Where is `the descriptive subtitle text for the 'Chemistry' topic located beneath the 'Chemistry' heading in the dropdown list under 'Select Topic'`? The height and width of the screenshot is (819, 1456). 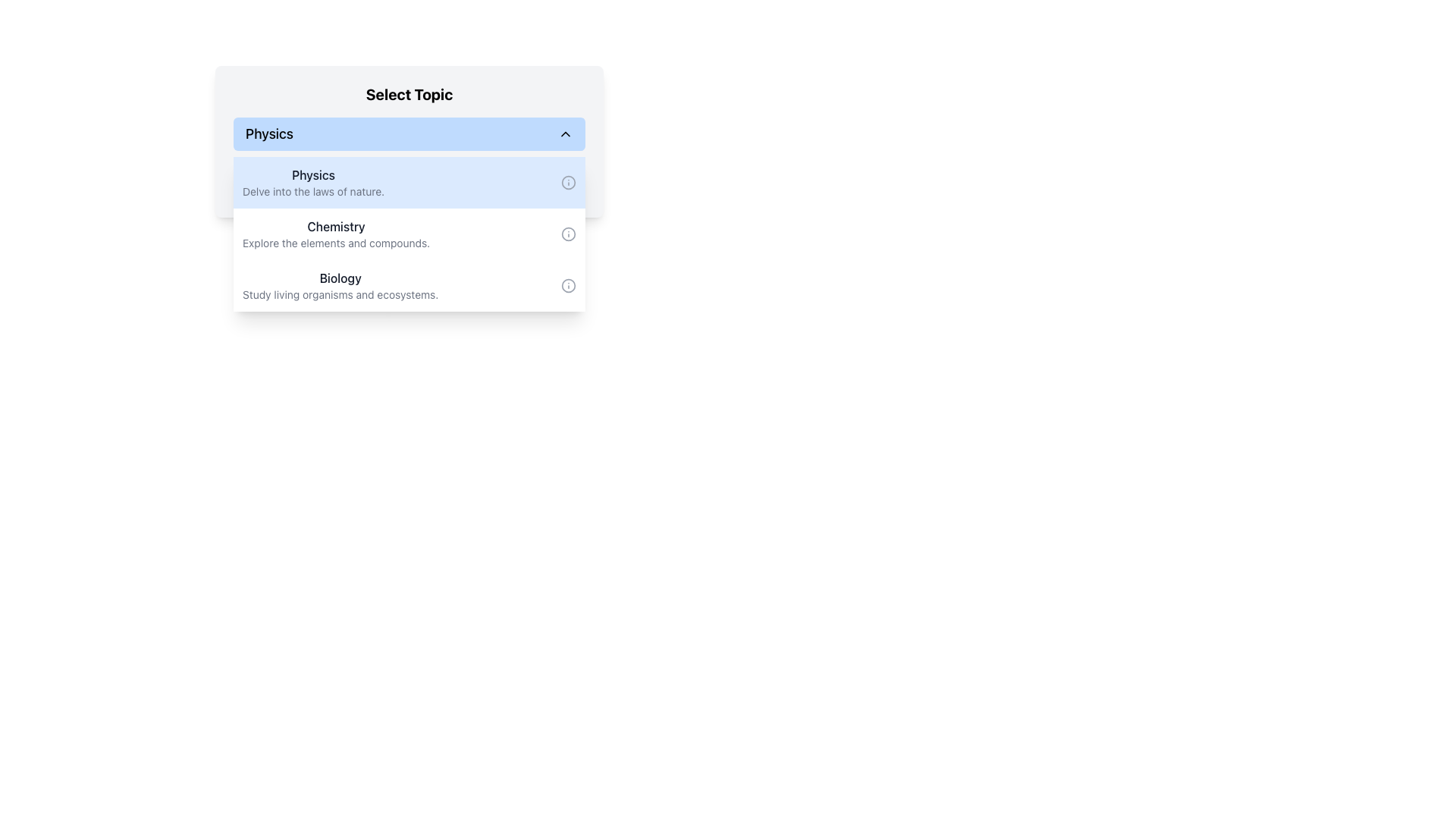 the descriptive subtitle text for the 'Chemistry' topic located beneath the 'Chemistry' heading in the dropdown list under 'Select Topic' is located at coordinates (335, 242).